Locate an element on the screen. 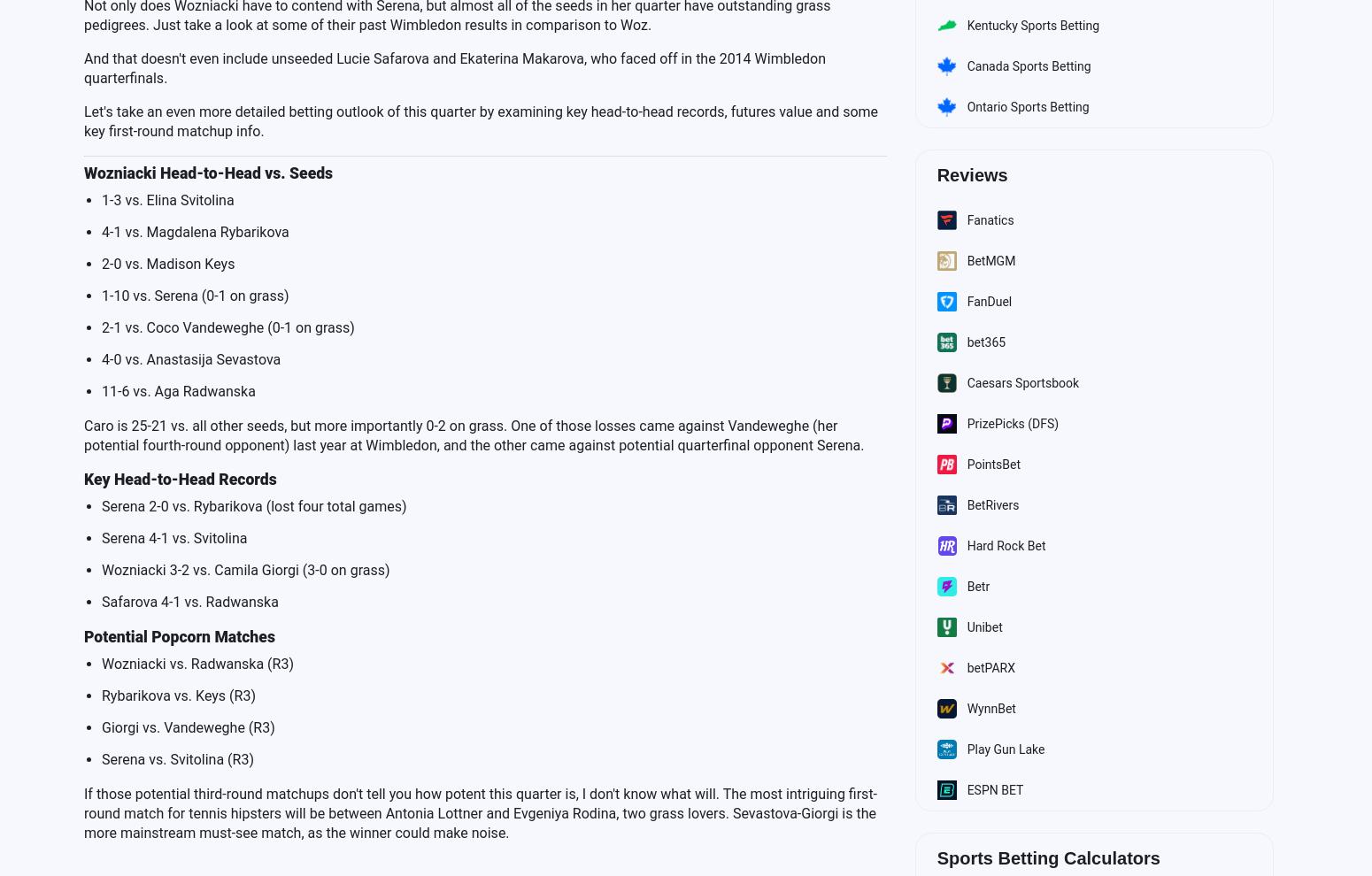  'WynnBet' is located at coordinates (990, 707).